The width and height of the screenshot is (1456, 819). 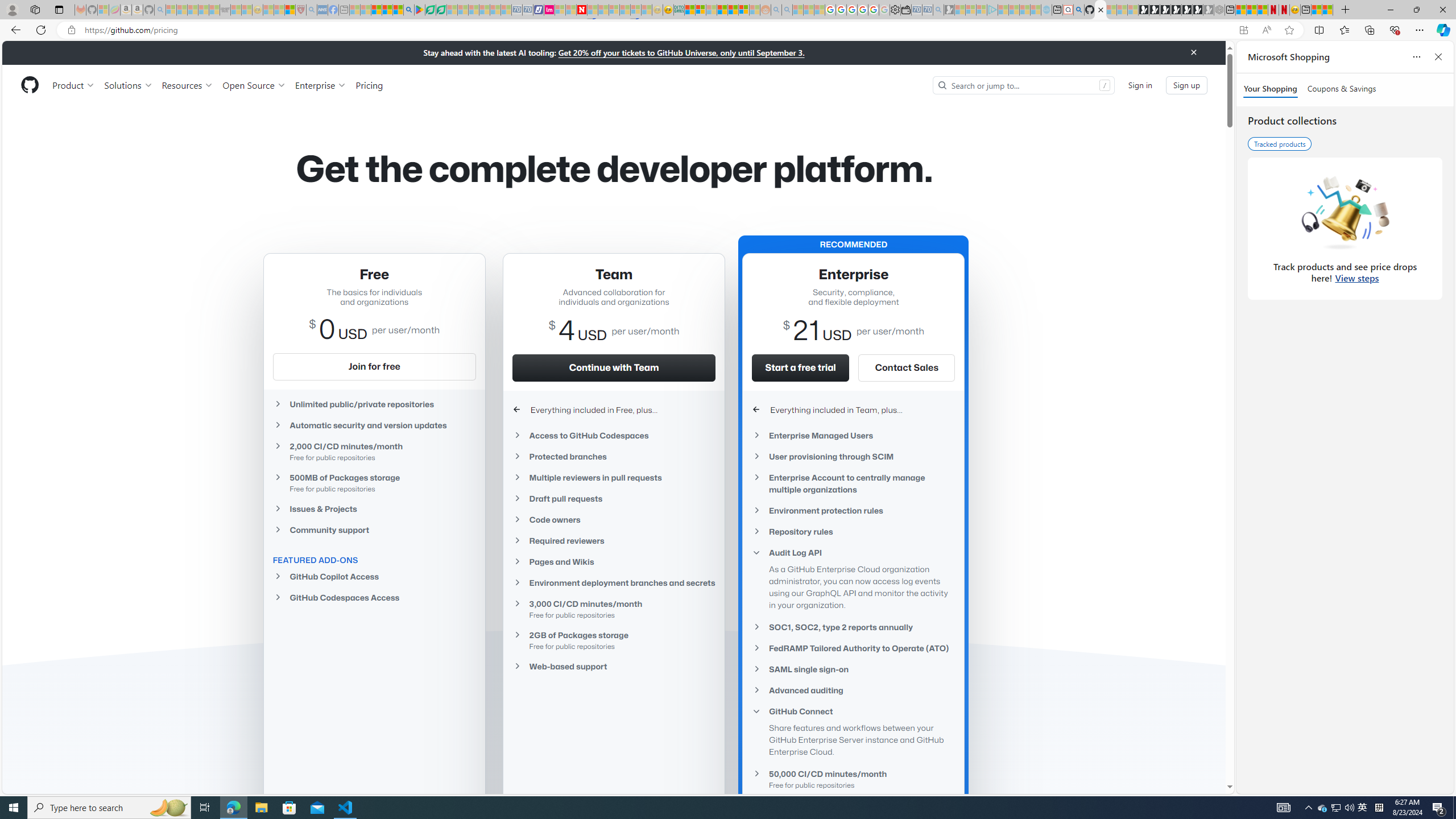 What do you see at coordinates (74, 85) in the screenshot?
I see `'Product'` at bounding box center [74, 85].